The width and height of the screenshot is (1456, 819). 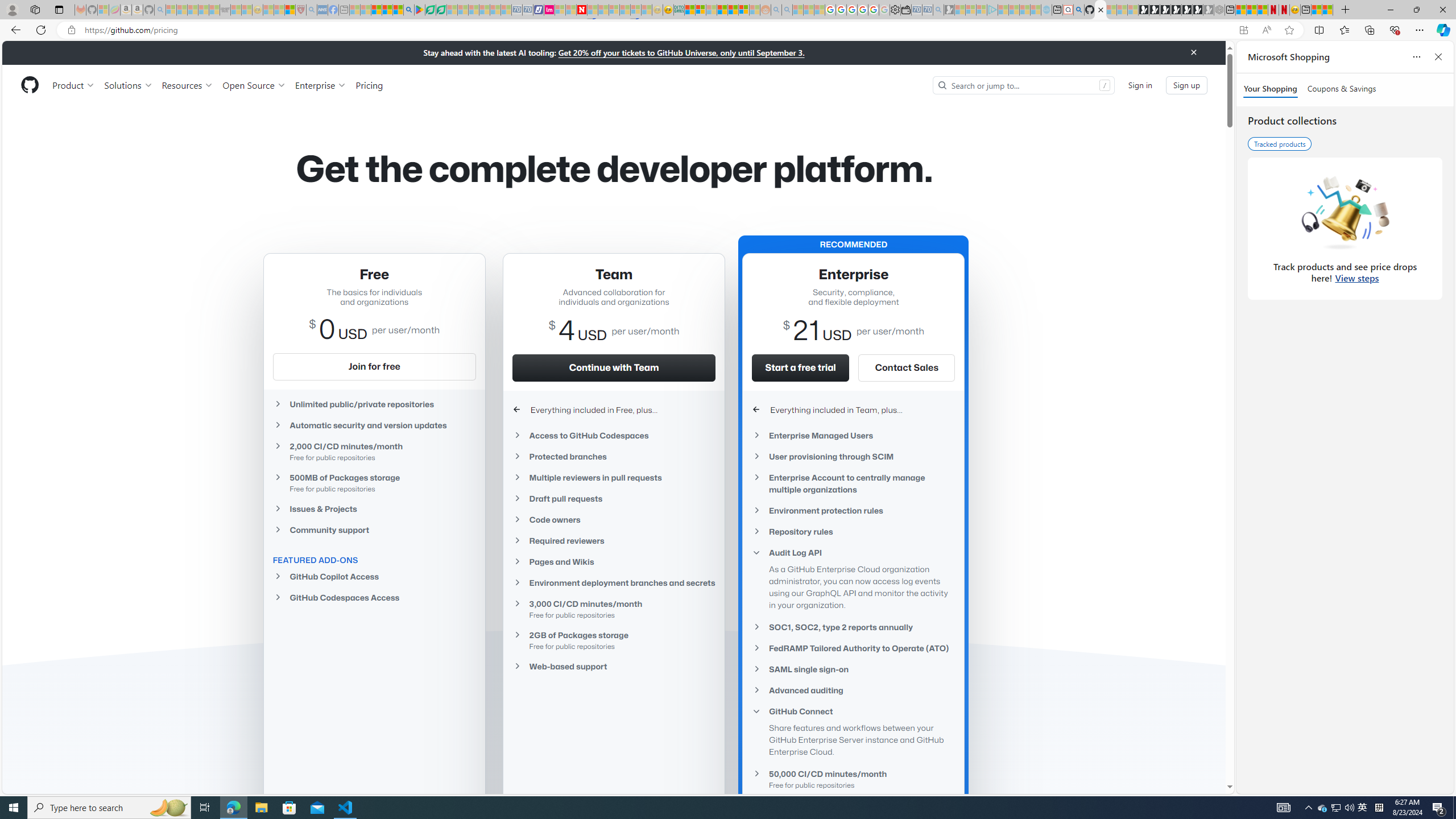 What do you see at coordinates (74, 85) in the screenshot?
I see `'Product'` at bounding box center [74, 85].